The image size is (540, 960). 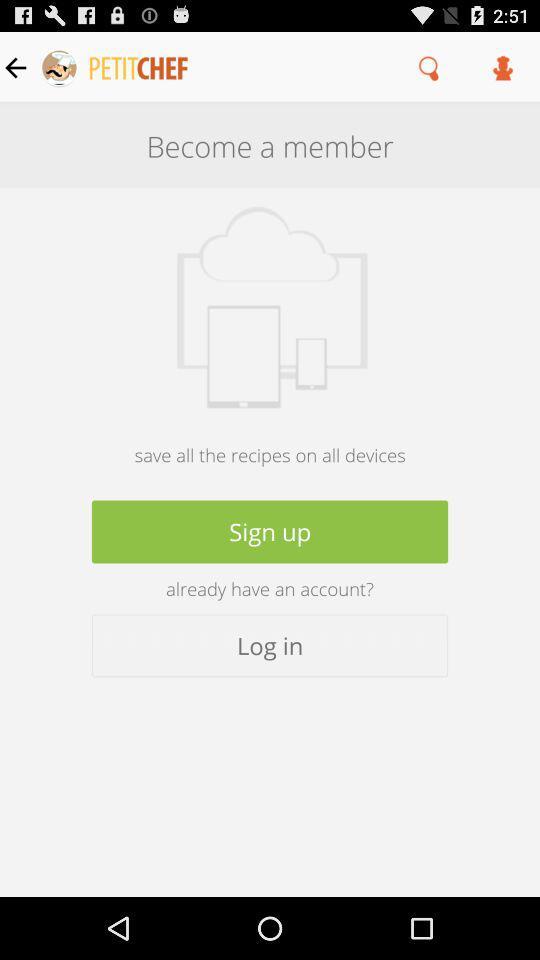 What do you see at coordinates (270, 644) in the screenshot?
I see `the button at the bottom` at bounding box center [270, 644].